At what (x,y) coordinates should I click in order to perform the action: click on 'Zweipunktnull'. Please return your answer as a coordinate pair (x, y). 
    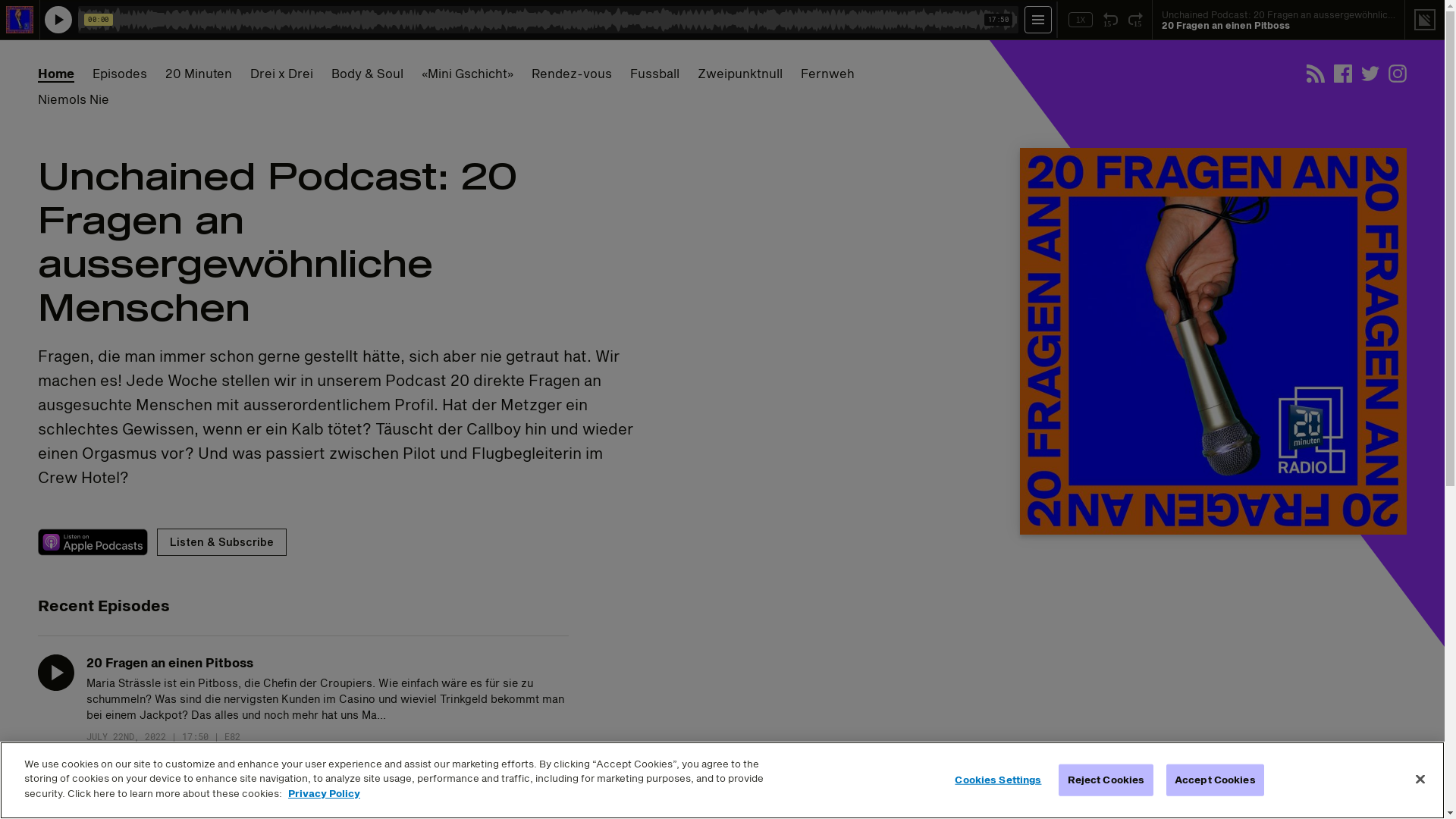
    Looking at the image, I should click on (739, 73).